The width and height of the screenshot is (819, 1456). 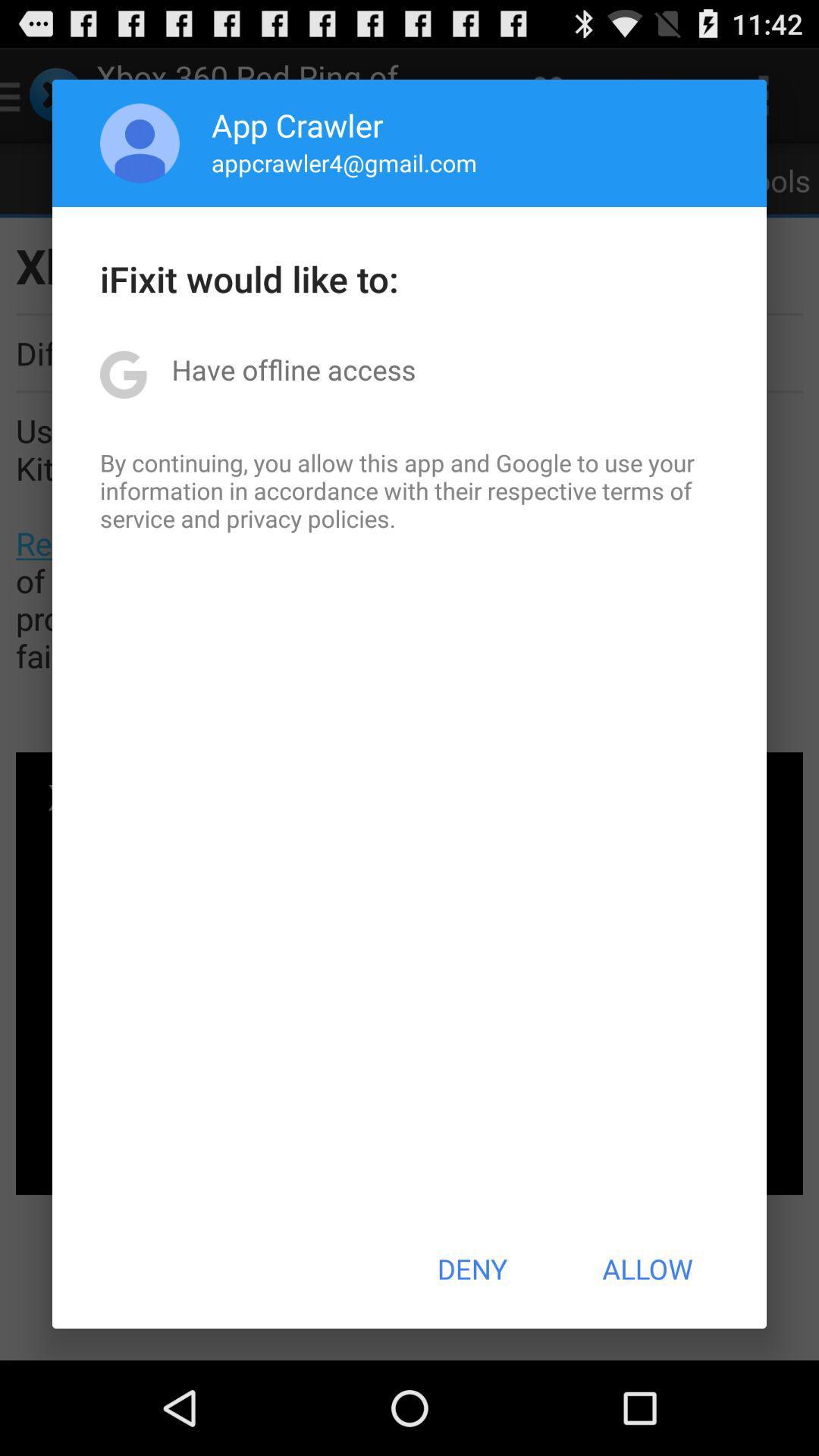 I want to click on the item above the ifixit would like item, so click(x=344, y=162).